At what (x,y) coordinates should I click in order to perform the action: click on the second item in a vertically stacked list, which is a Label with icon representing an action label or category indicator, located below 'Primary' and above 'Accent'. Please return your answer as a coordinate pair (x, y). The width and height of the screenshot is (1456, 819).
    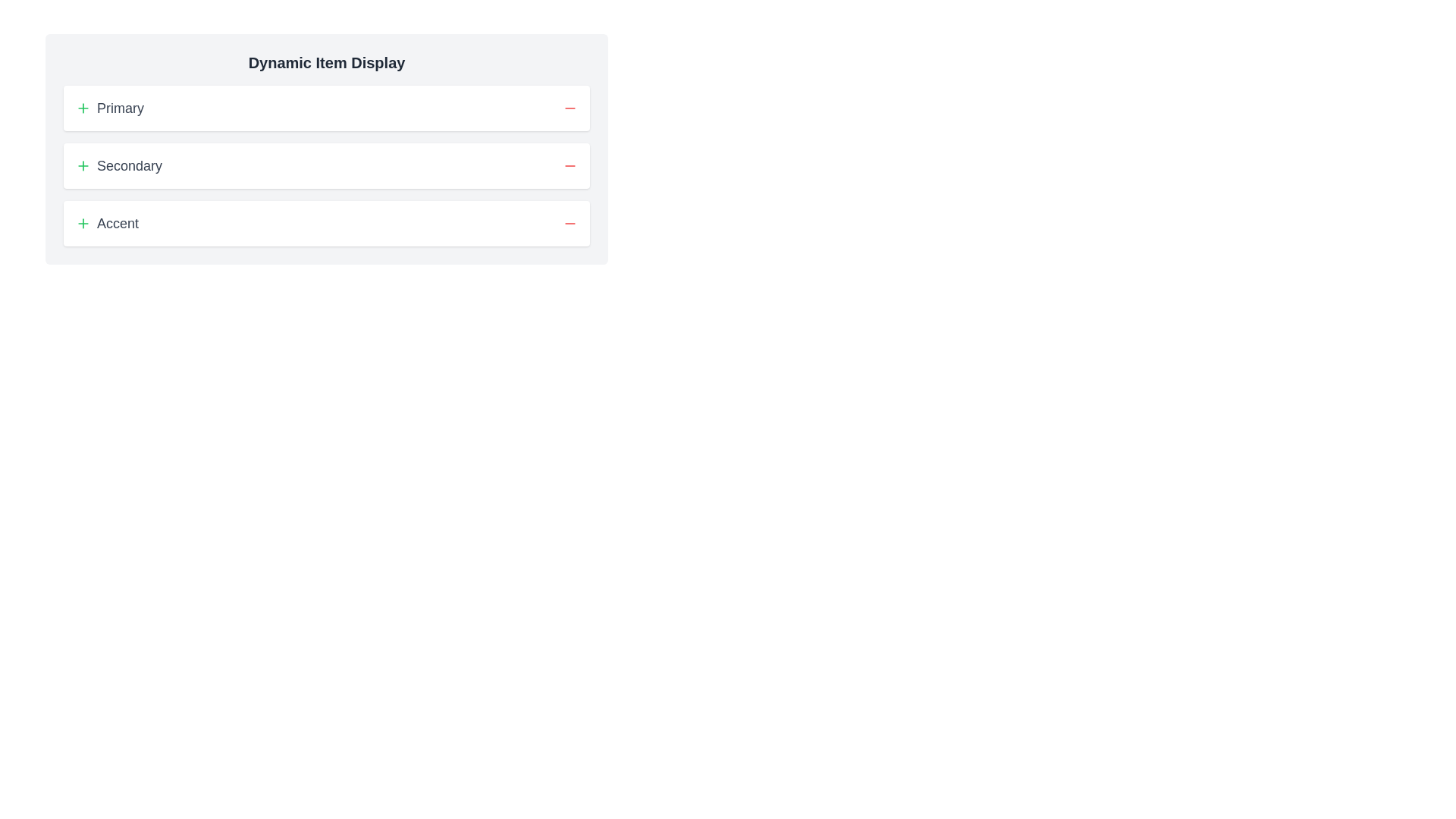
    Looking at the image, I should click on (118, 166).